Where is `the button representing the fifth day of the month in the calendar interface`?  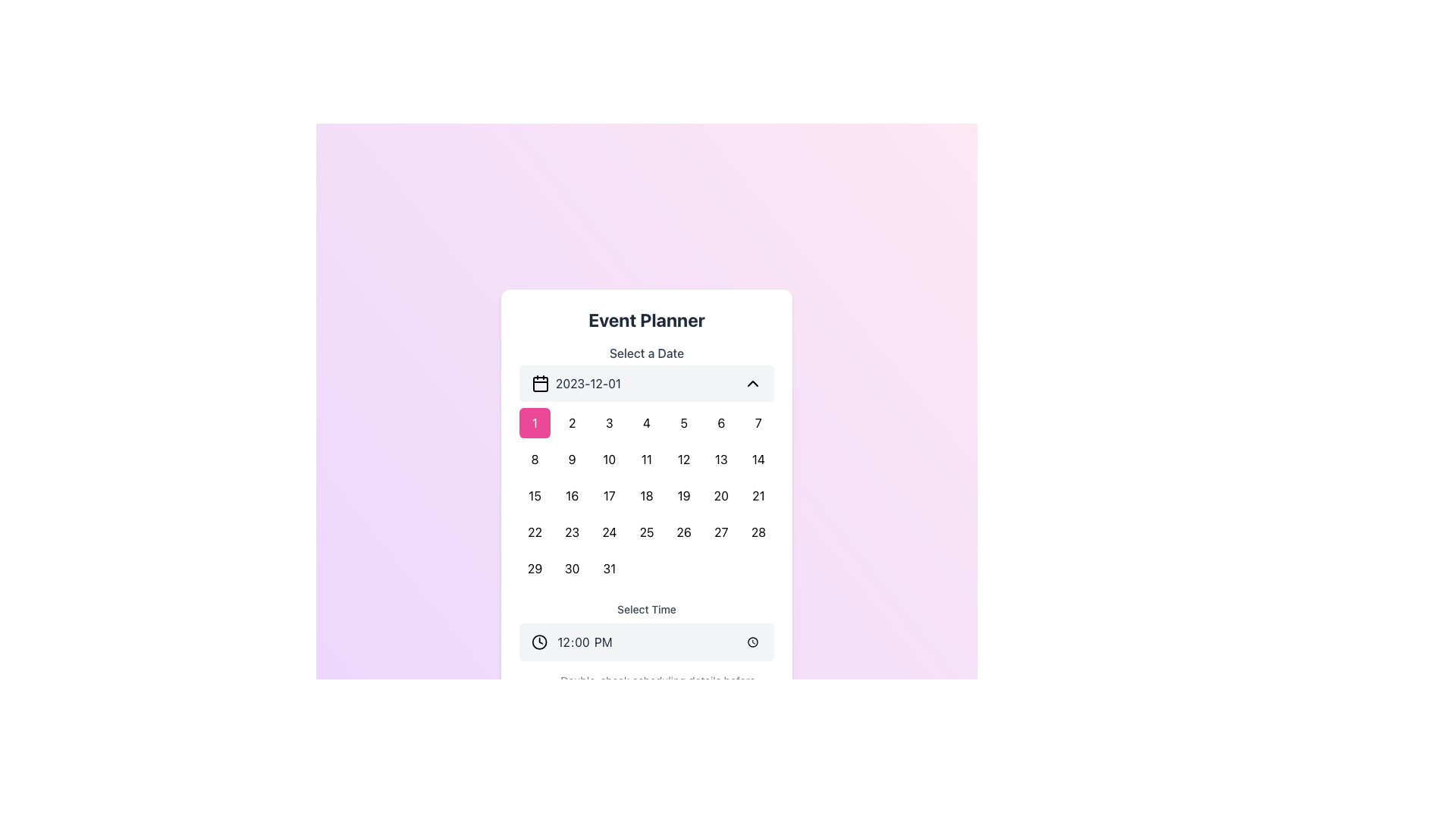
the button representing the fifth day of the month in the calendar interface is located at coordinates (683, 423).